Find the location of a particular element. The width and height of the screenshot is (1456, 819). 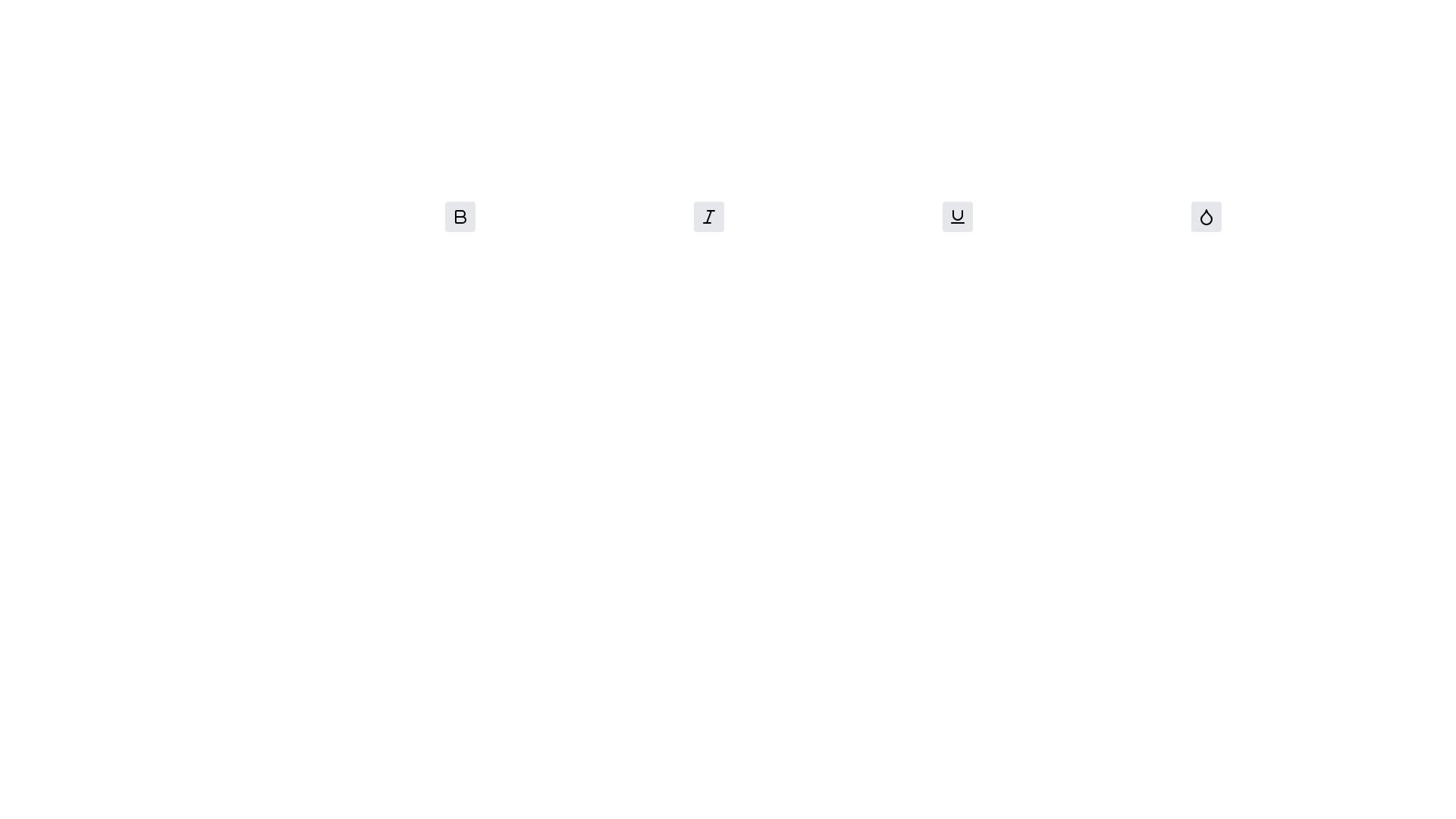

the first button in the horizontal toolbar with a gray background and a bold 'B' icon to apply bold formatting is located at coordinates (459, 216).